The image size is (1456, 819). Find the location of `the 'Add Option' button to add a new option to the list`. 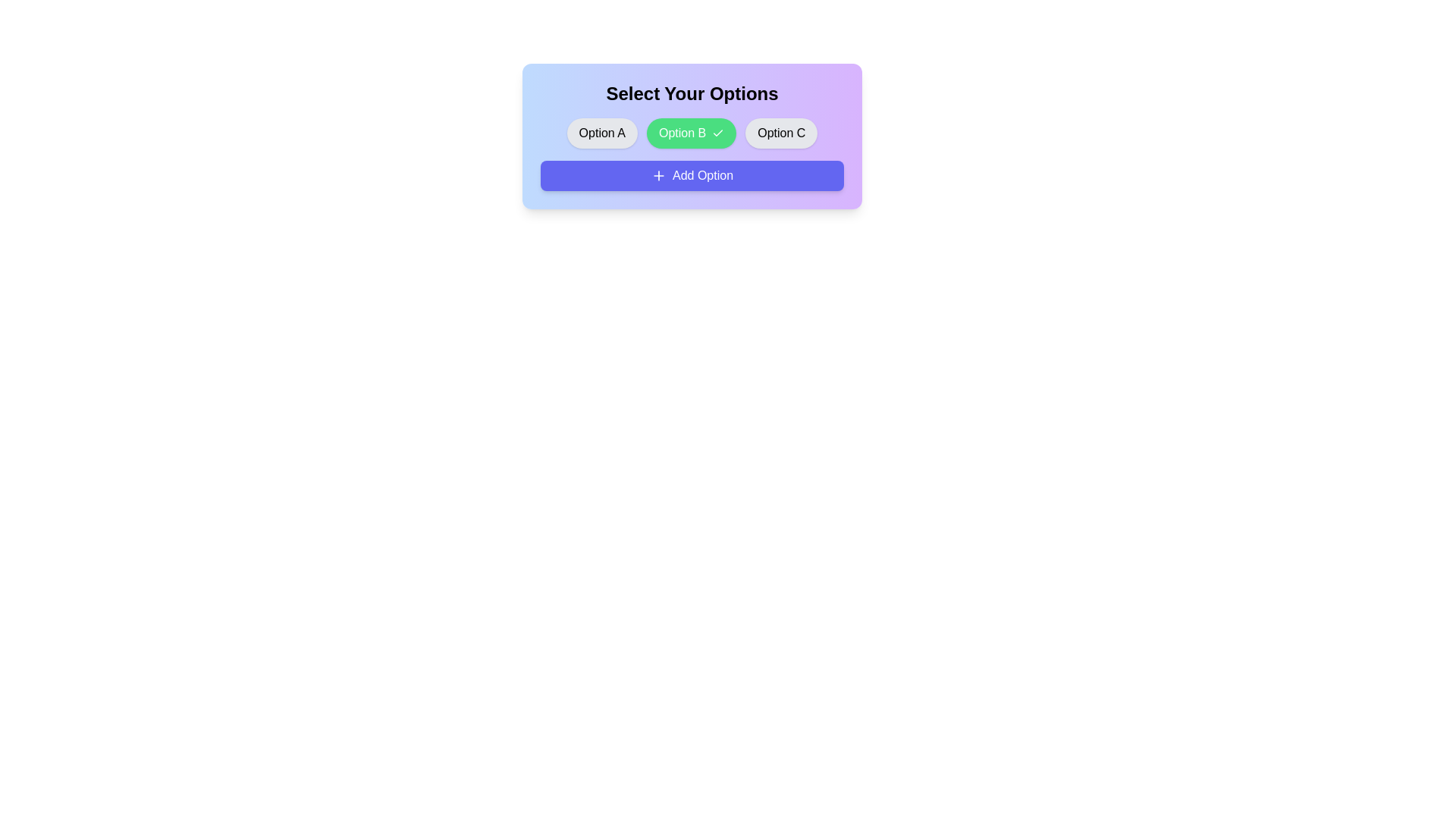

the 'Add Option' button to add a new option to the list is located at coordinates (691, 174).